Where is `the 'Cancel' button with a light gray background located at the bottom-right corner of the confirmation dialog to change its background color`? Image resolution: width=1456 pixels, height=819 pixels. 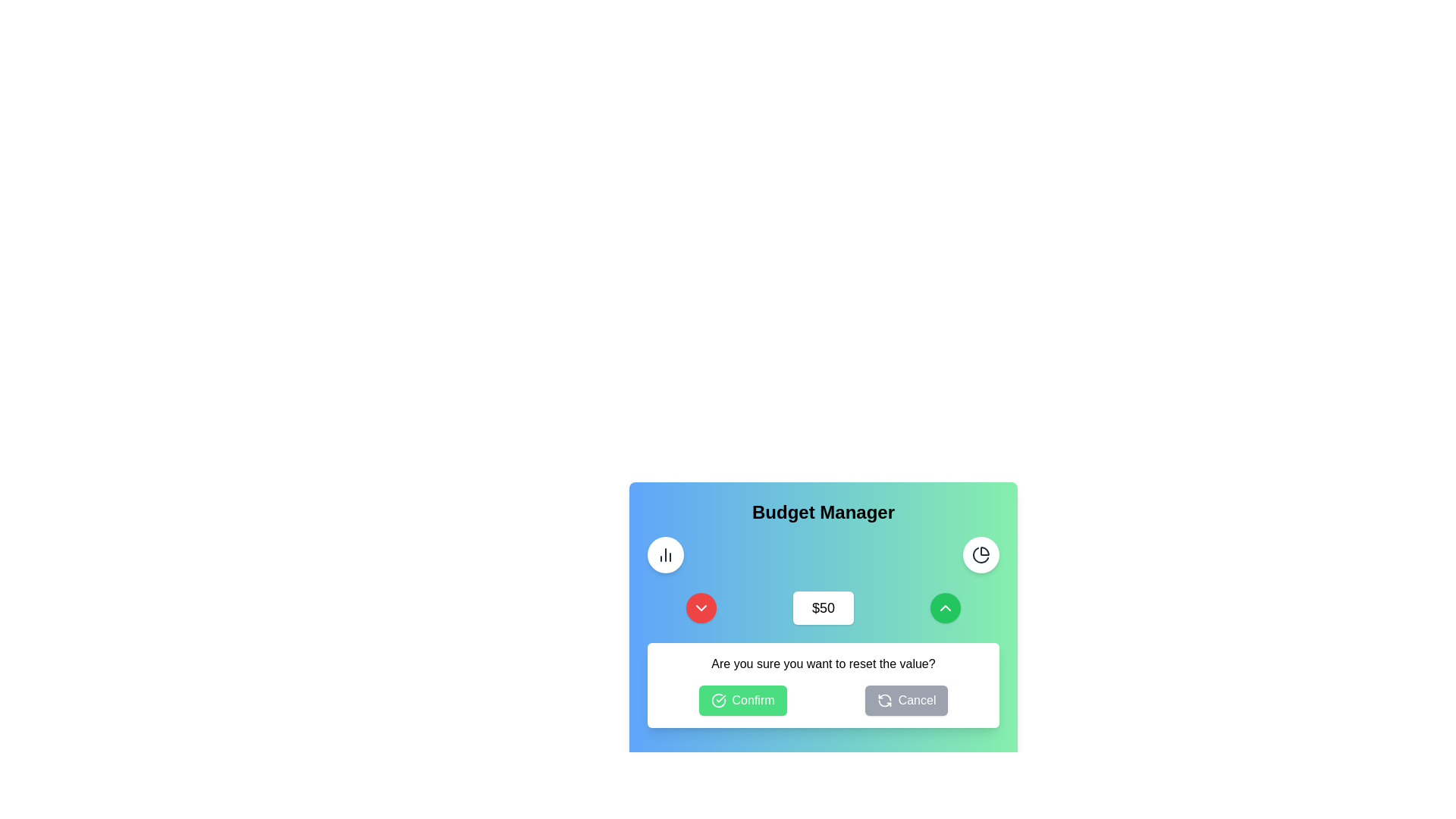
the 'Cancel' button with a light gray background located at the bottom-right corner of the confirmation dialog to change its background color is located at coordinates (906, 701).